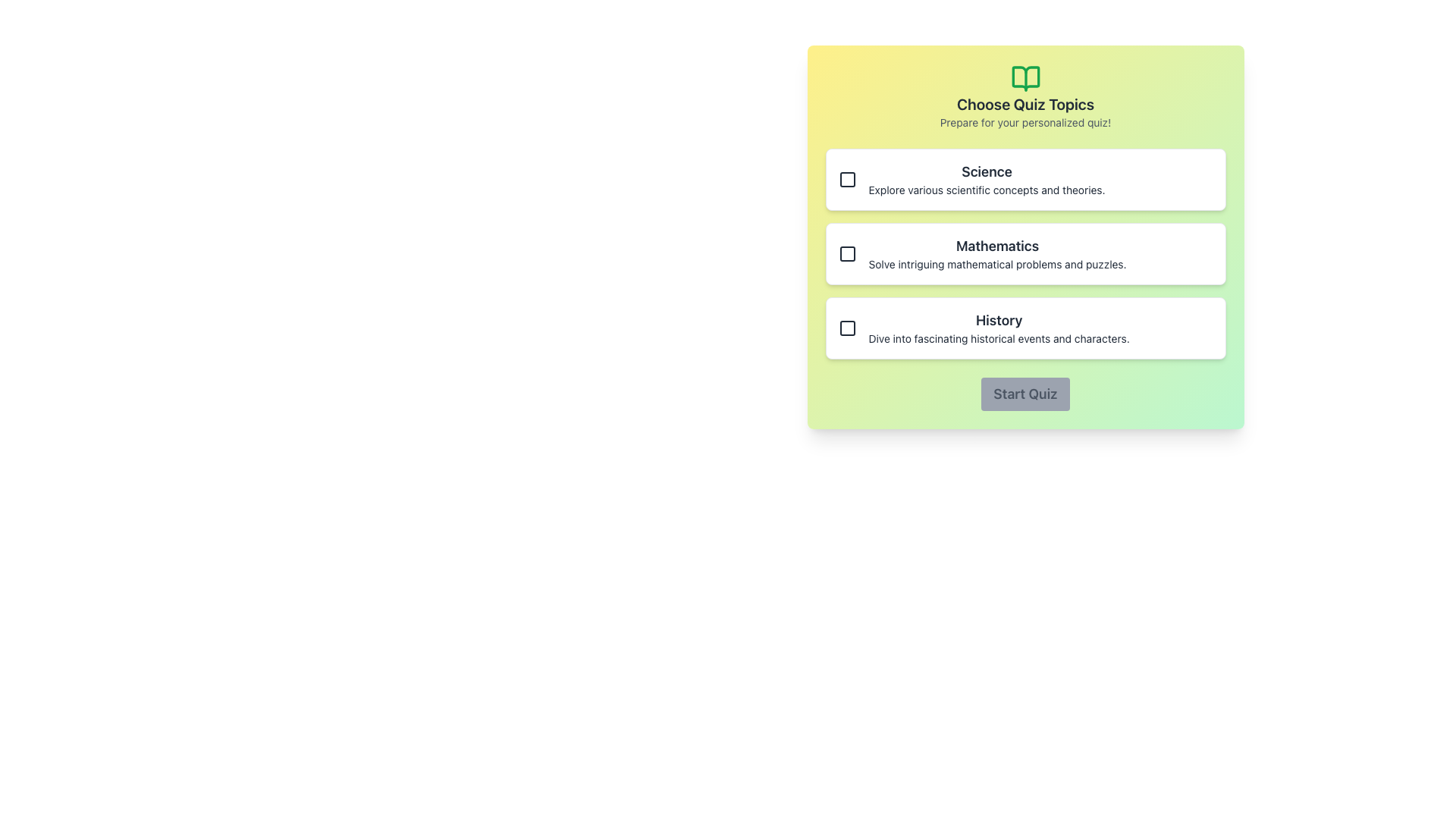 This screenshot has width=1456, height=819. What do you see at coordinates (1025, 96) in the screenshot?
I see `the header section titled 'Choose Quiz Topics' which includes the subtitle 'Prepare for your personalized quiz!' and is positioned above the interactive topic sections` at bounding box center [1025, 96].